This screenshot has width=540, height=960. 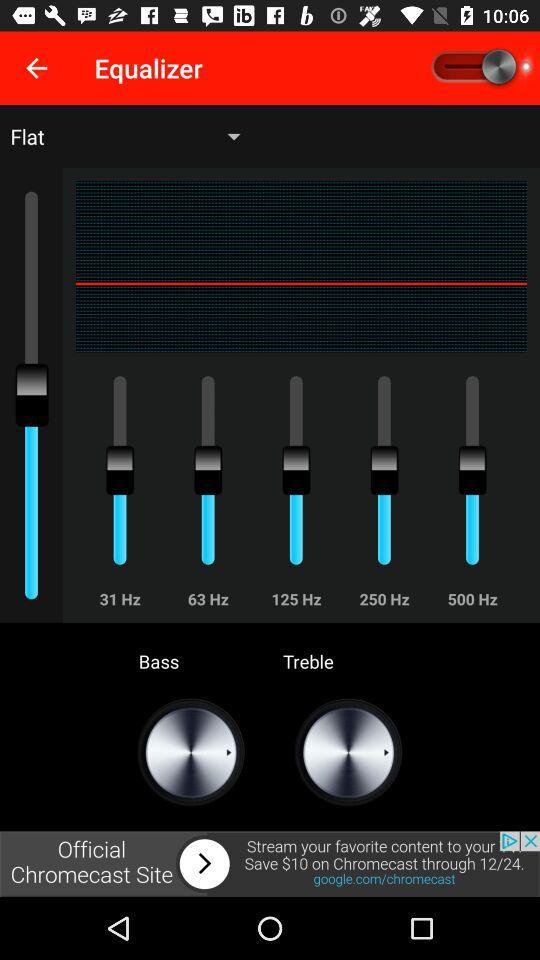 What do you see at coordinates (270, 863) in the screenshot?
I see `the advertising website` at bounding box center [270, 863].